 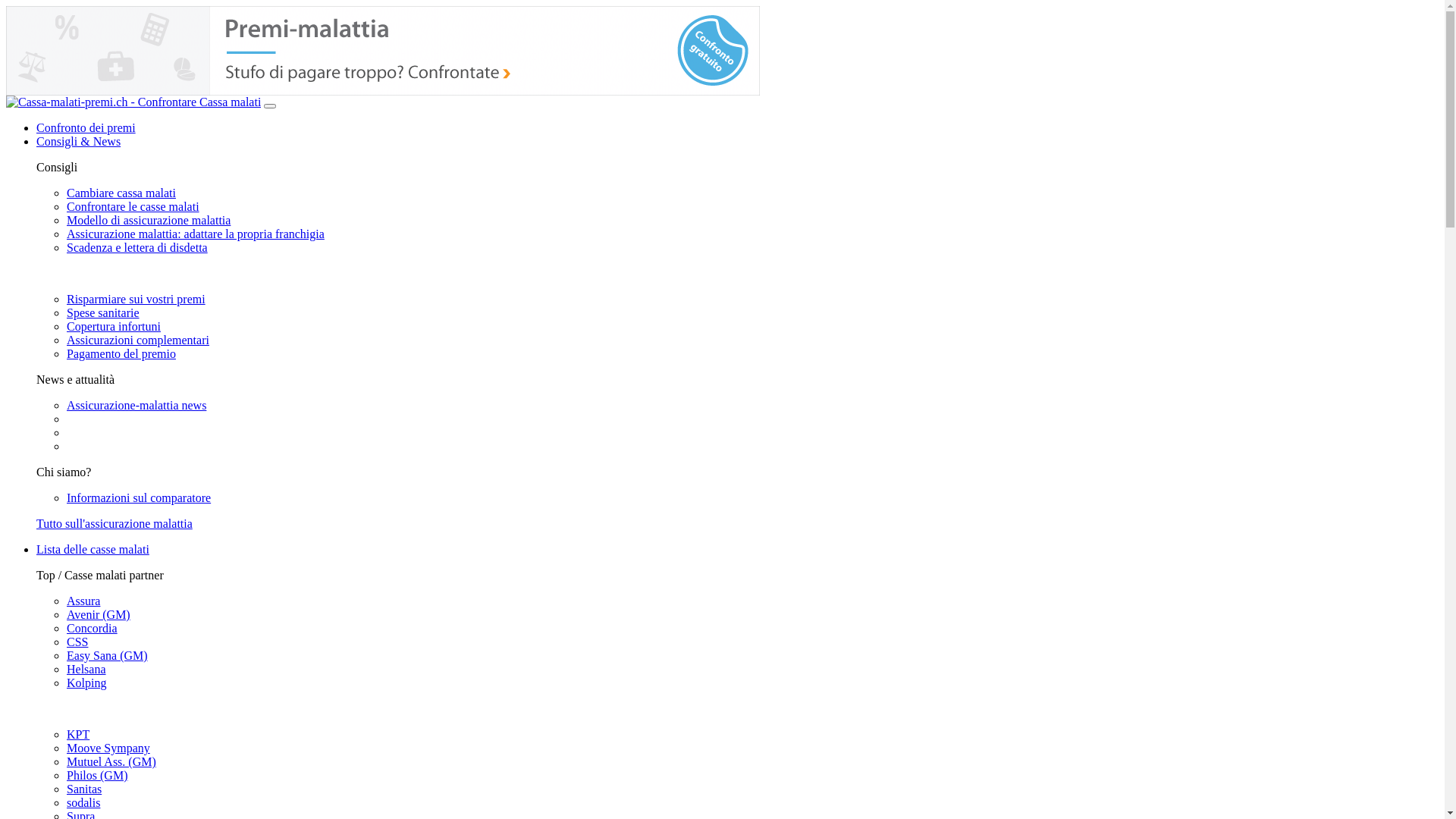 What do you see at coordinates (77, 733) in the screenshot?
I see `'KPT'` at bounding box center [77, 733].